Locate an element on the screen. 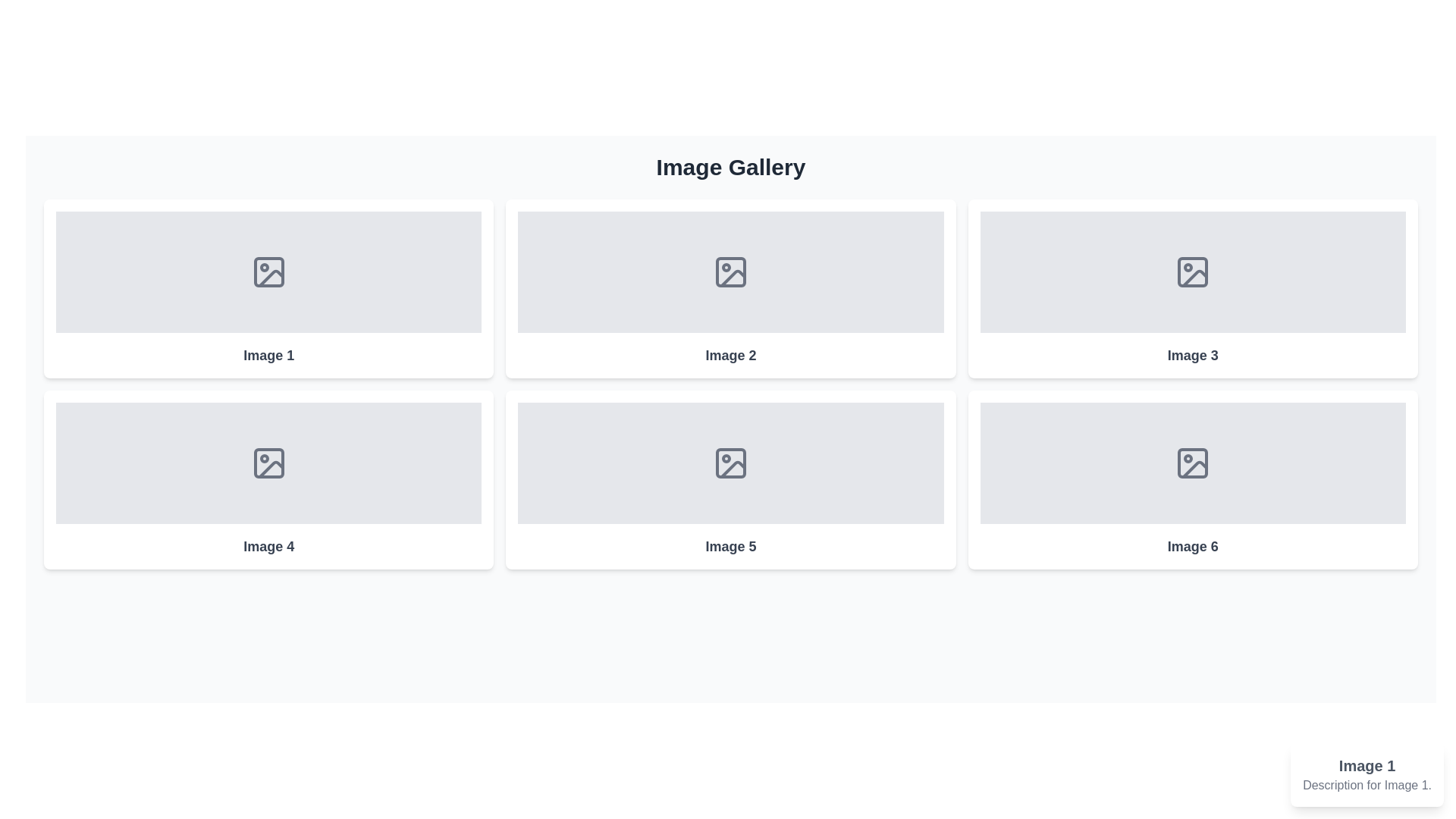 The height and width of the screenshot is (819, 1456). the image frame icon with a circular dot inside, representing the placeholder for 'Image 1' in the top-left corner of the grid is located at coordinates (268, 271).